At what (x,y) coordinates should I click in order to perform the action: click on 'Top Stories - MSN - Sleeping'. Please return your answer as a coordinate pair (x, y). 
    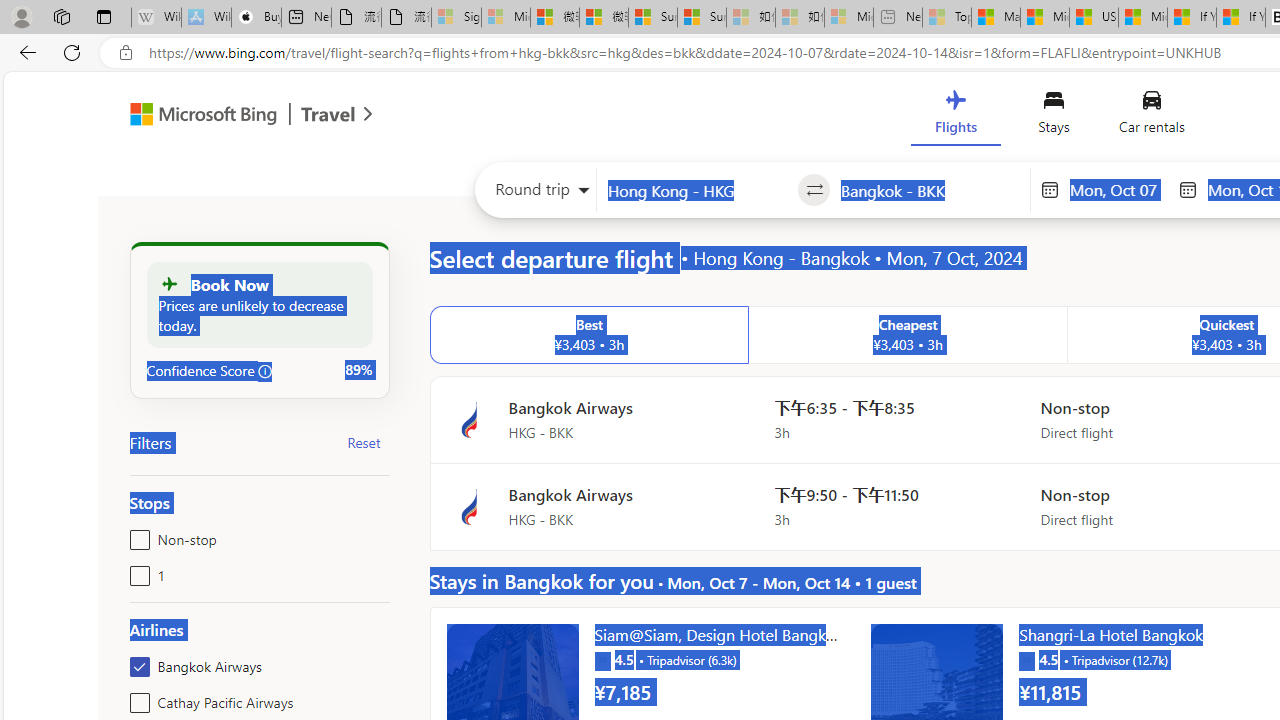
    Looking at the image, I should click on (946, 17).